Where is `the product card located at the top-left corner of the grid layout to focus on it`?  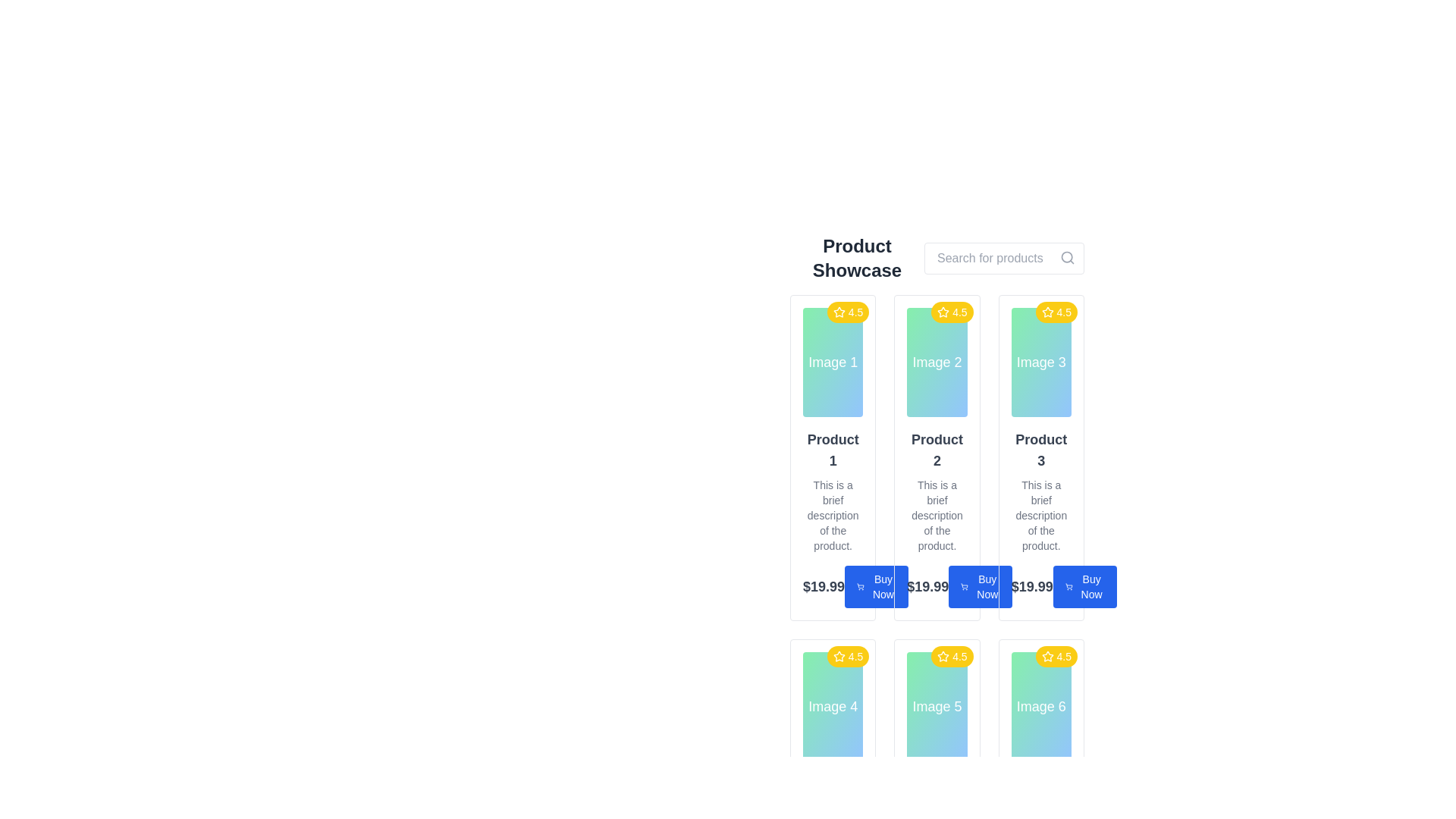
the product card located at the top-left corner of the grid layout to focus on it is located at coordinates (832, 457).